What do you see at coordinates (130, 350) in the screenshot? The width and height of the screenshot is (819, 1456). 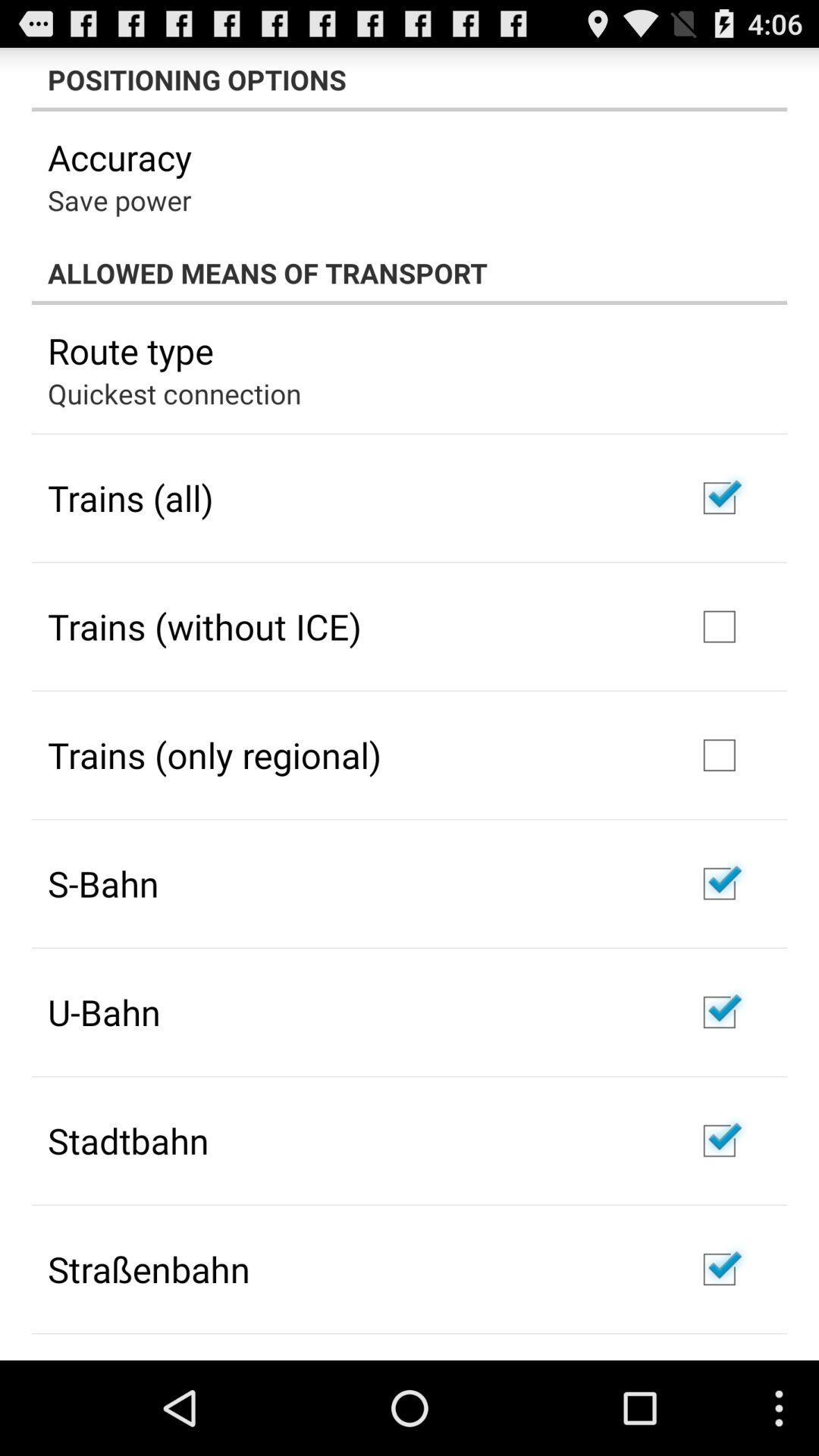 I see `item below allowed means of app` at bounding box center [130, 350].